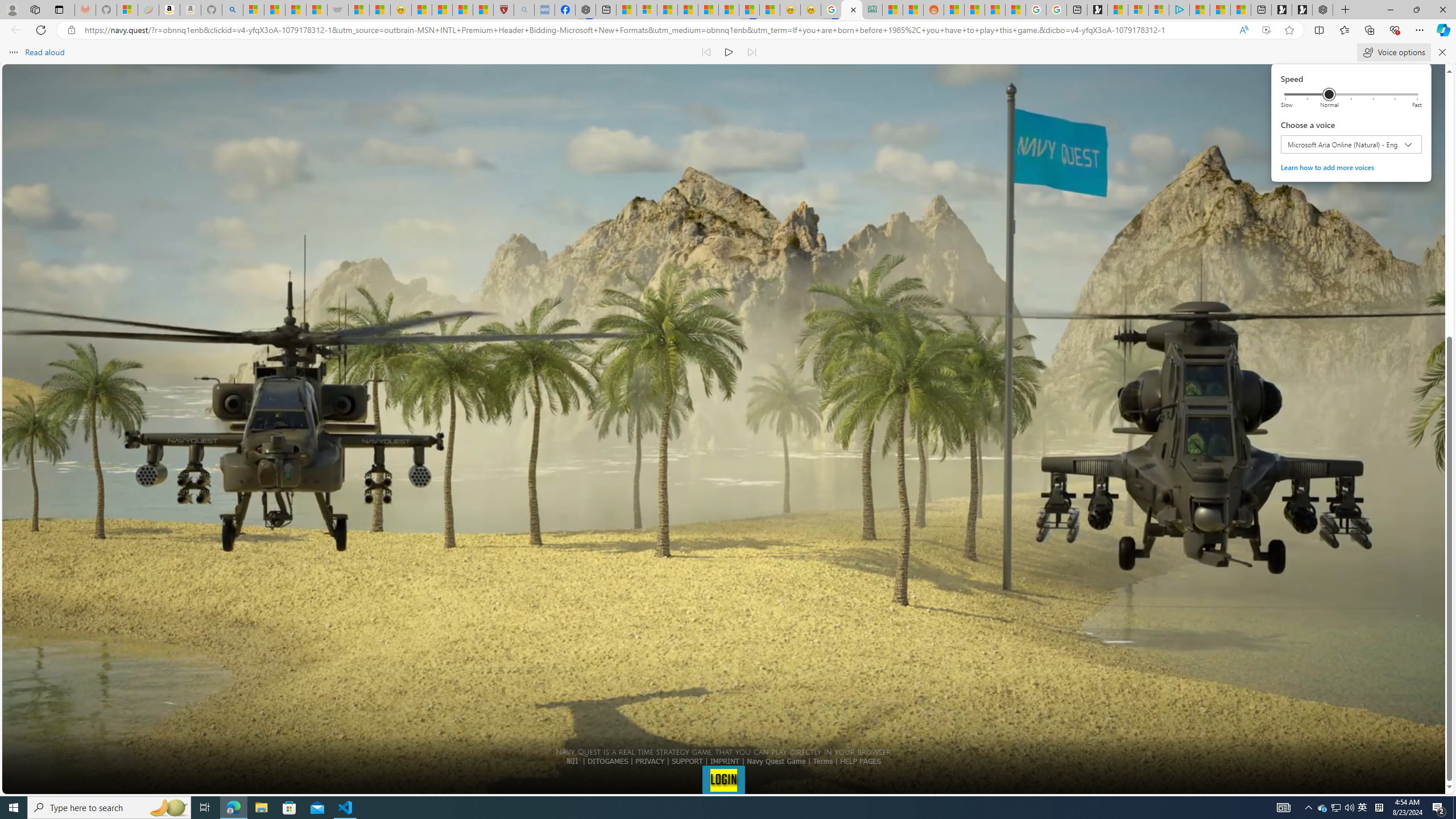 Image resolution: width=1456 pixels, height=819 pixels. Describe the element at coordinates (233, 806) in the screenshot. I see `'Microsoft Edge - 1 running window'` at that location.